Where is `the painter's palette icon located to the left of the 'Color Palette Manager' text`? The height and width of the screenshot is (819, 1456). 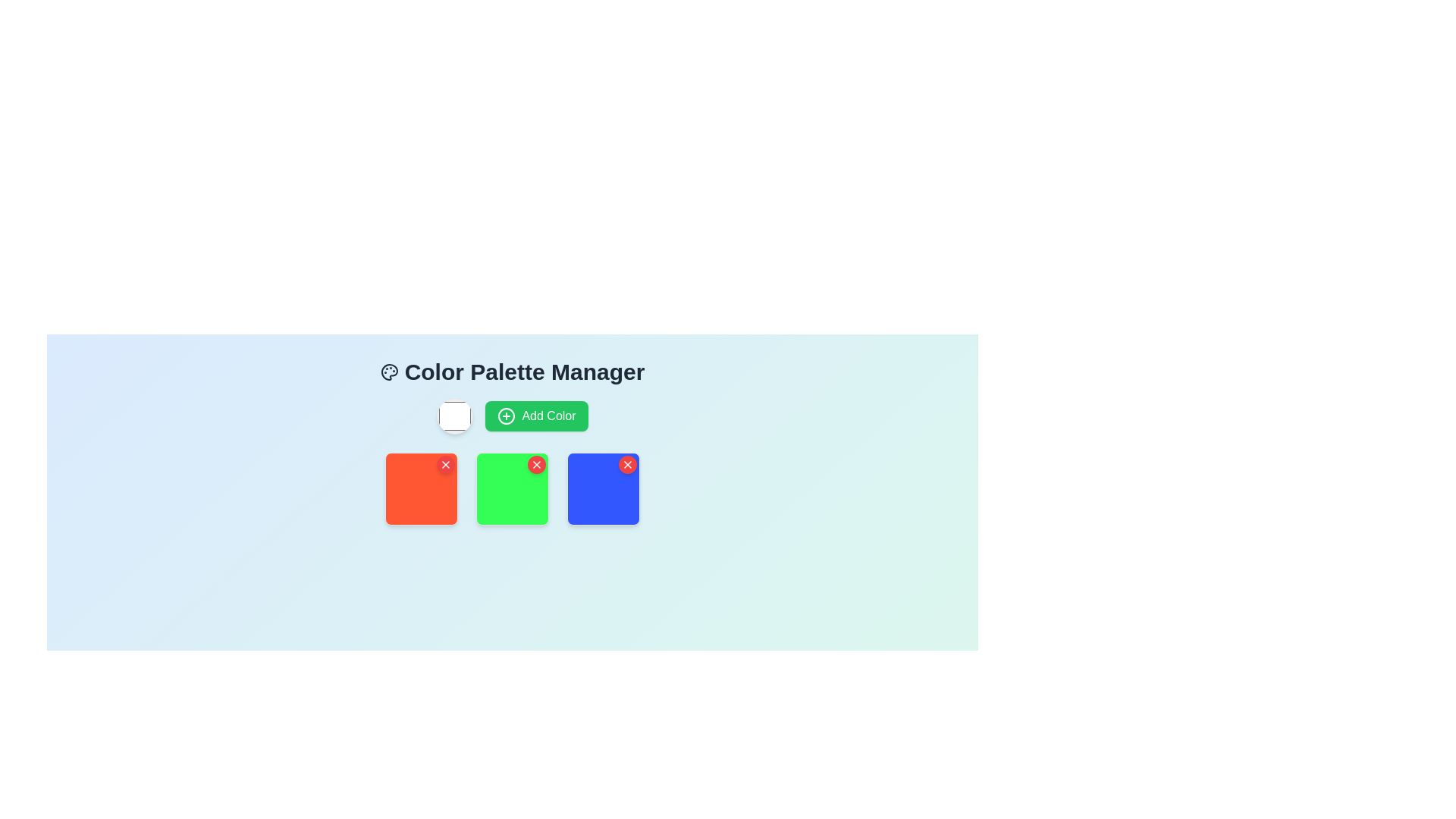 the painter's palette icon located to the left of the 'Color Palette Manager' text is located at coordinates (389, 372).